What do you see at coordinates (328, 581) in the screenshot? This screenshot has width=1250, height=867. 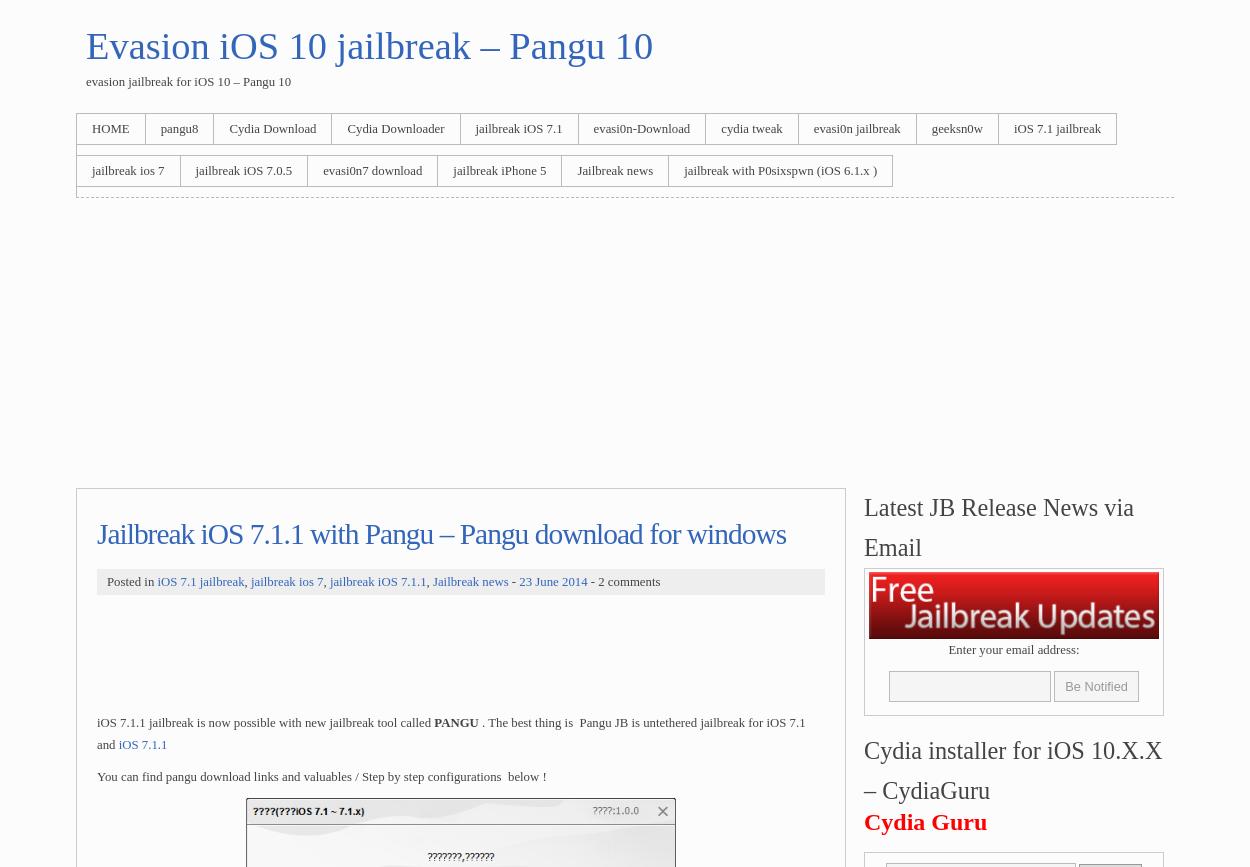 I see `'jailbreak iOS 7.1.1'` at bounding box center [328, 581].